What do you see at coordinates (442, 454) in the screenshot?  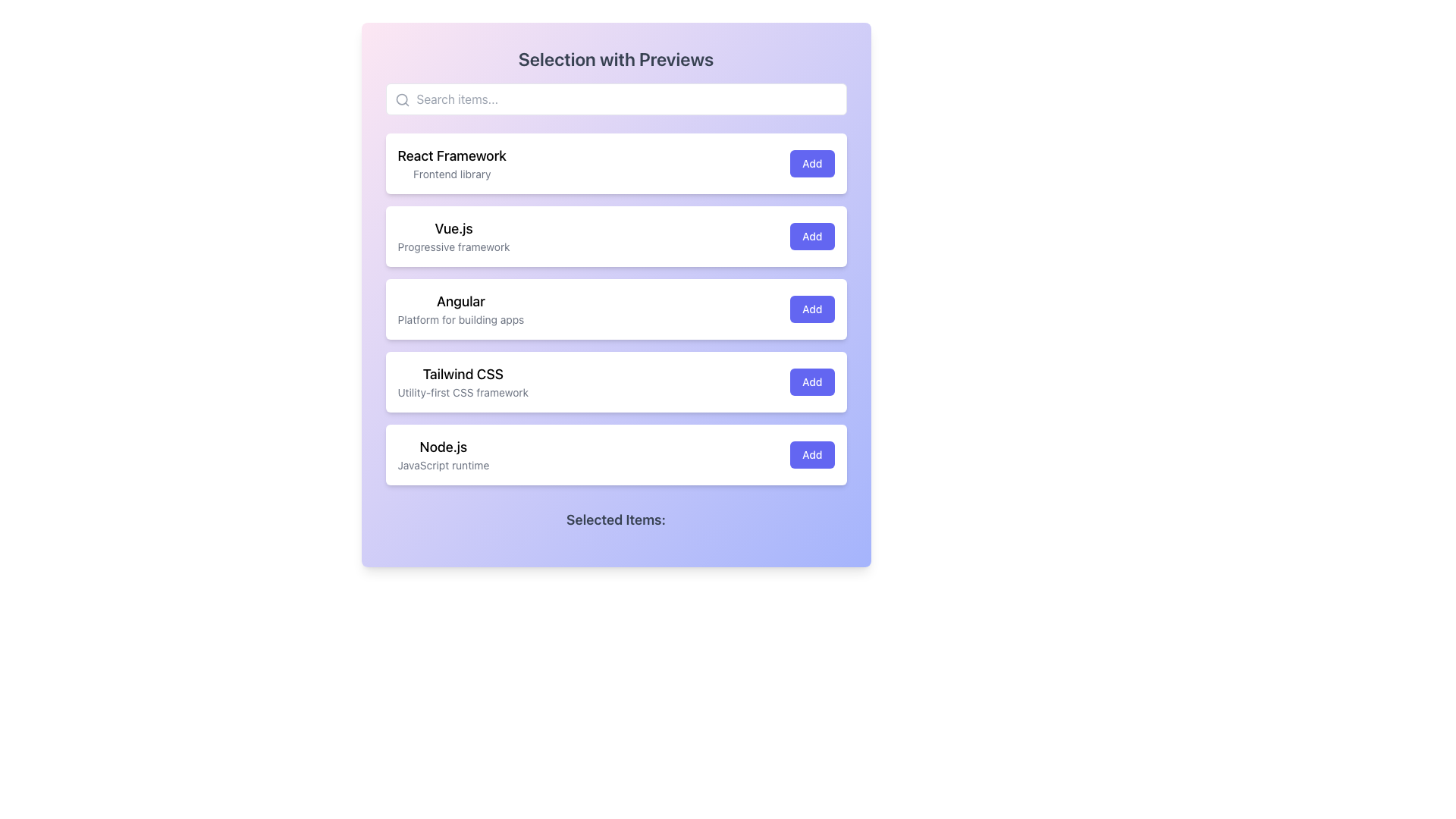 I see `the descriptive label or text field displaying 'Node.js' in bold and 'JavaScript runtime' in gray, located in the fifth row of the list, below 'Tailwind CSS'` at bounding box center [442, 454].